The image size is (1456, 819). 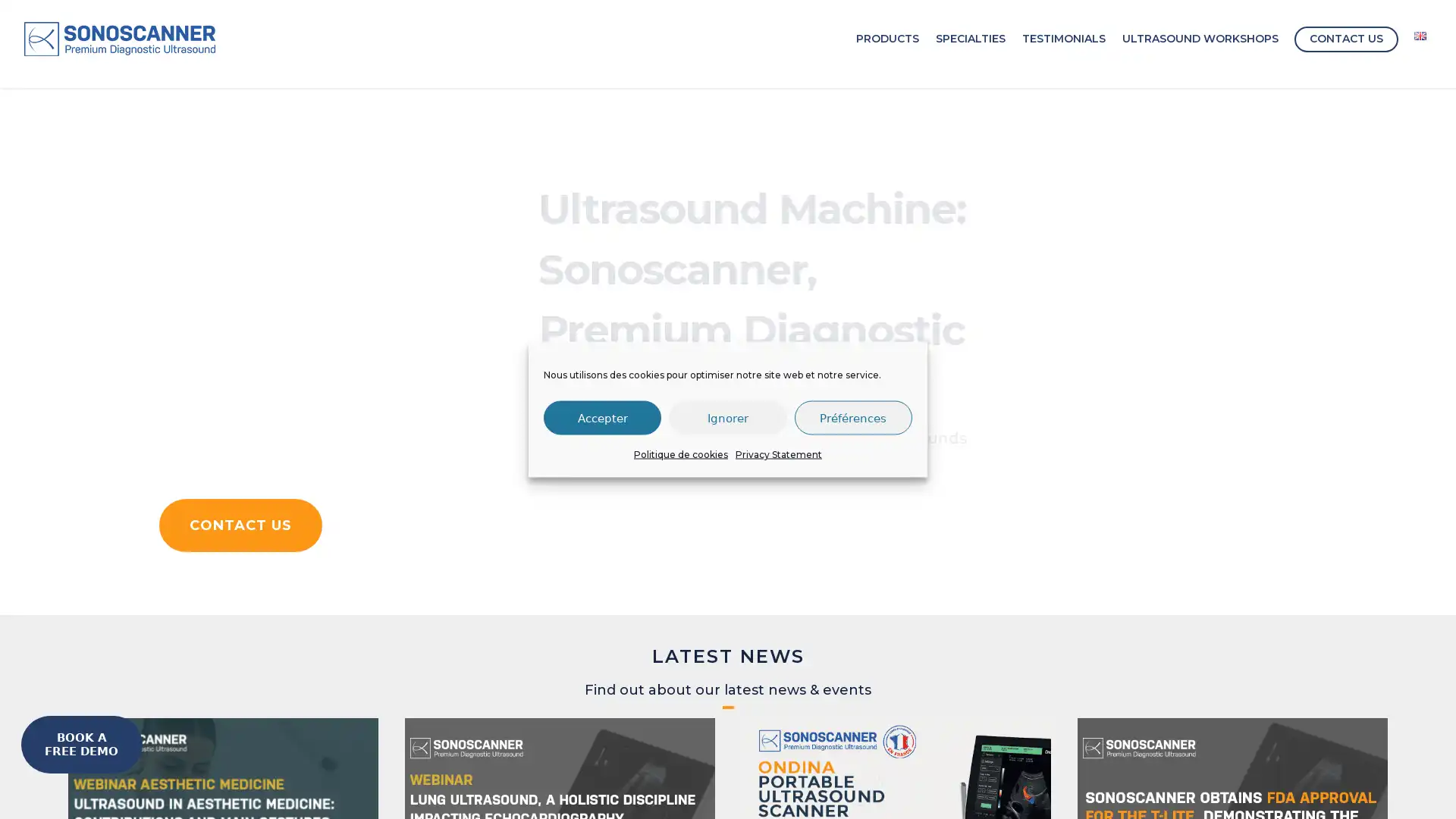 What do you see at coordinates (601, 417) in the screenshot?
I see `Accepter` at bounding box center [601, 417].